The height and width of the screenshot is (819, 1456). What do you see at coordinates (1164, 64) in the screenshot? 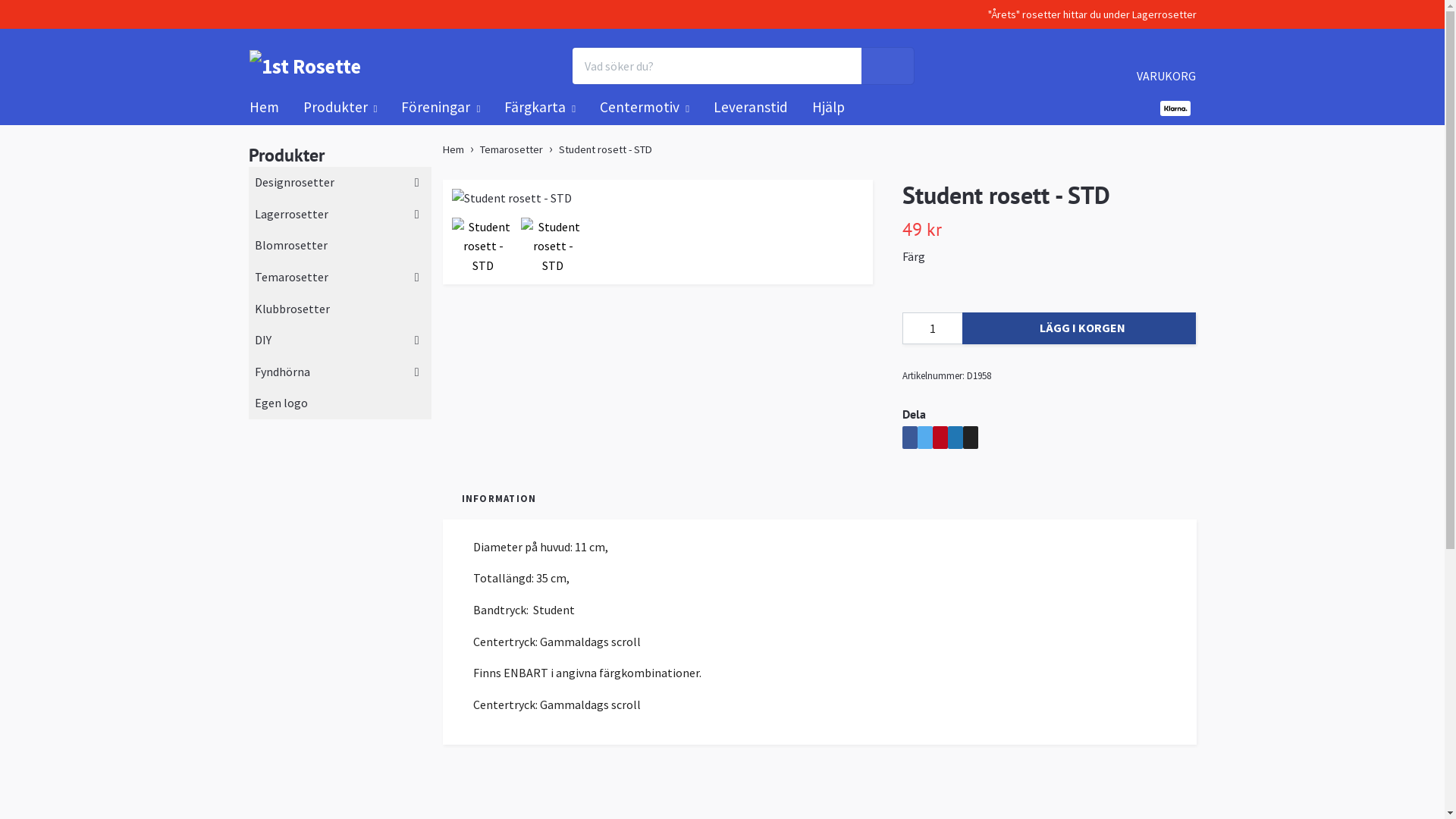
I see `'VARUKORG'` at bounding box center [1164, 64].